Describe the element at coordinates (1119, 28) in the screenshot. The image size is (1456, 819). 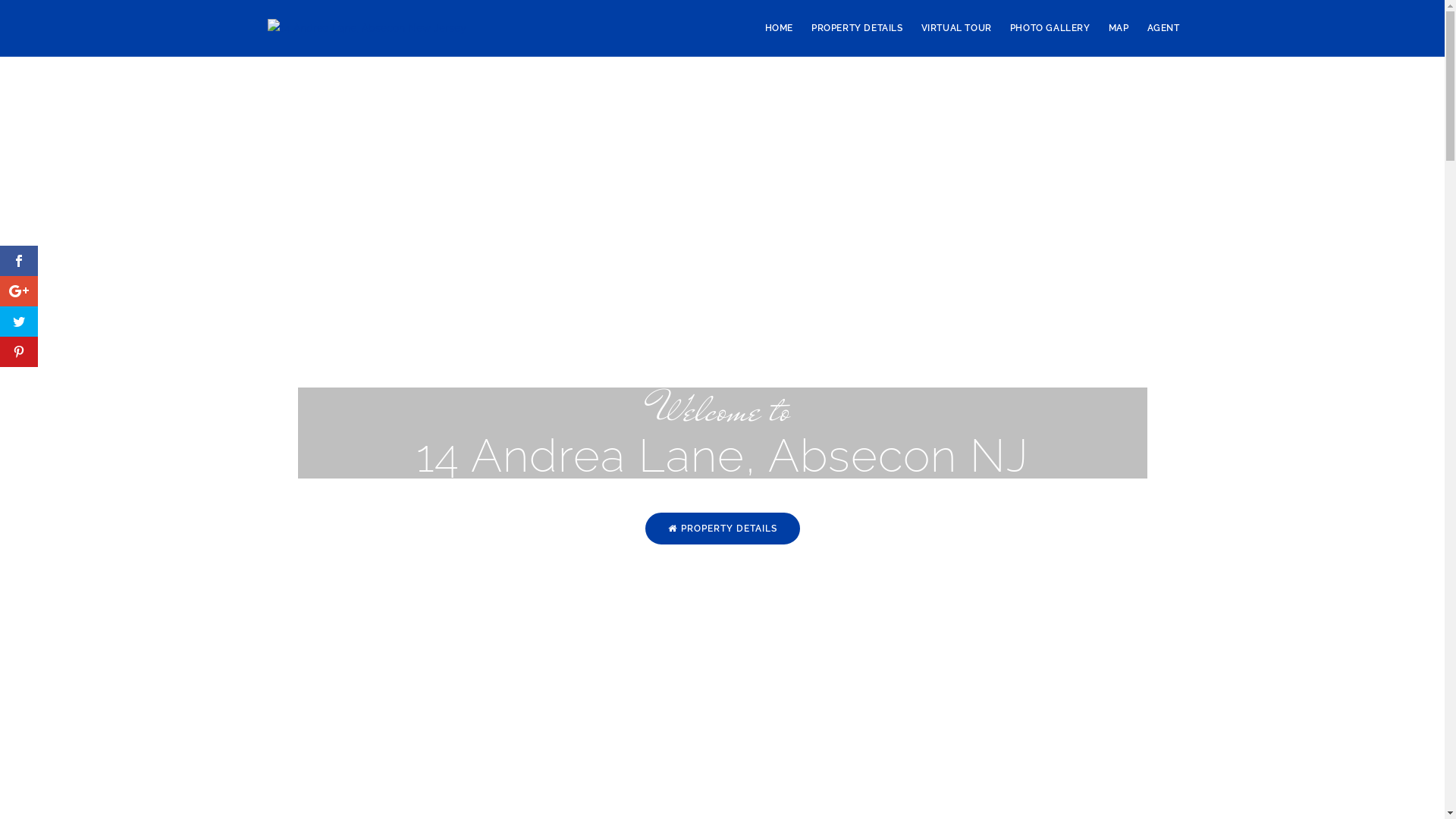
I see `'MAP'` at that location.